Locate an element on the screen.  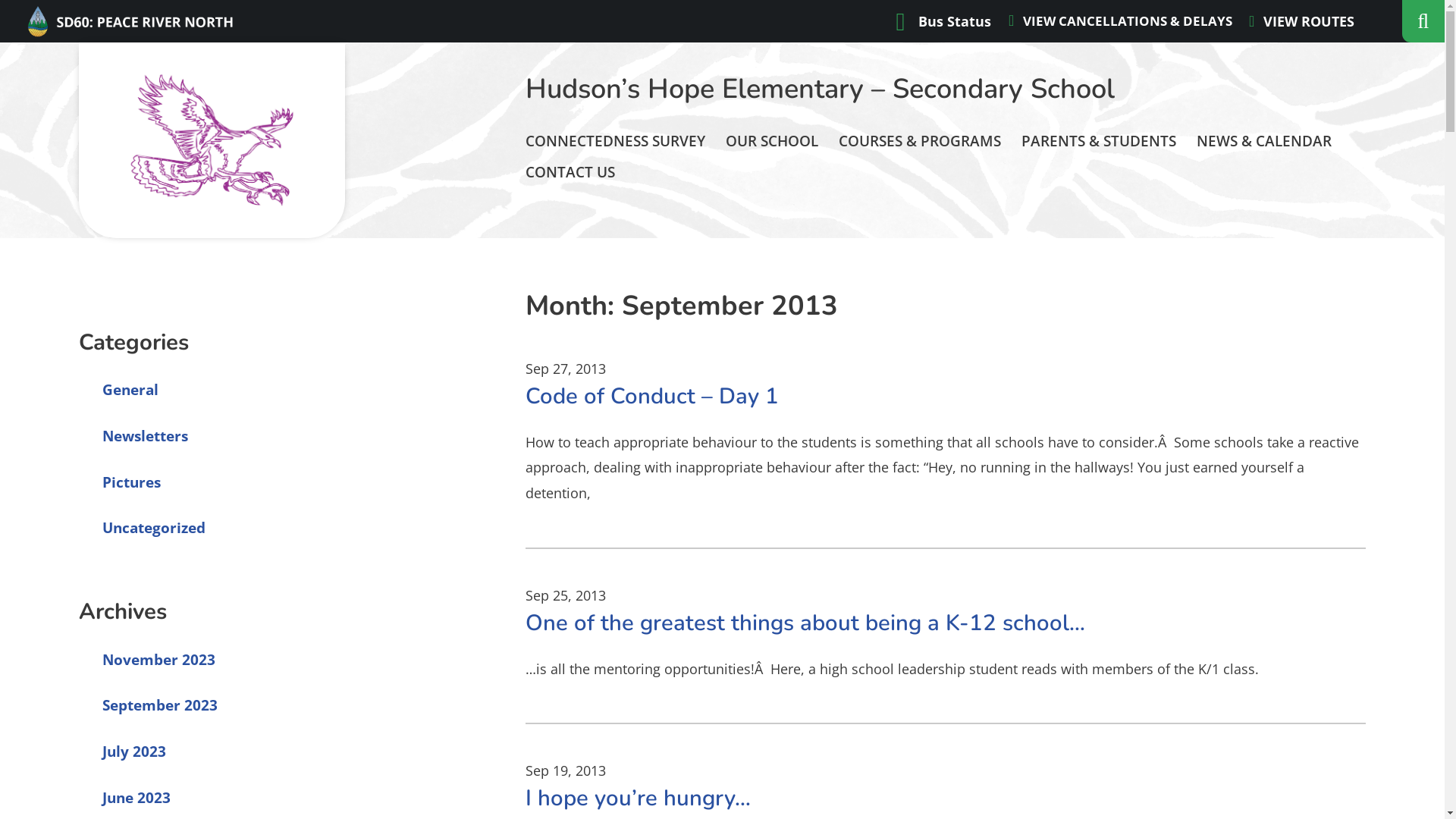
'June 2023' is located at coordinates (124, 797).